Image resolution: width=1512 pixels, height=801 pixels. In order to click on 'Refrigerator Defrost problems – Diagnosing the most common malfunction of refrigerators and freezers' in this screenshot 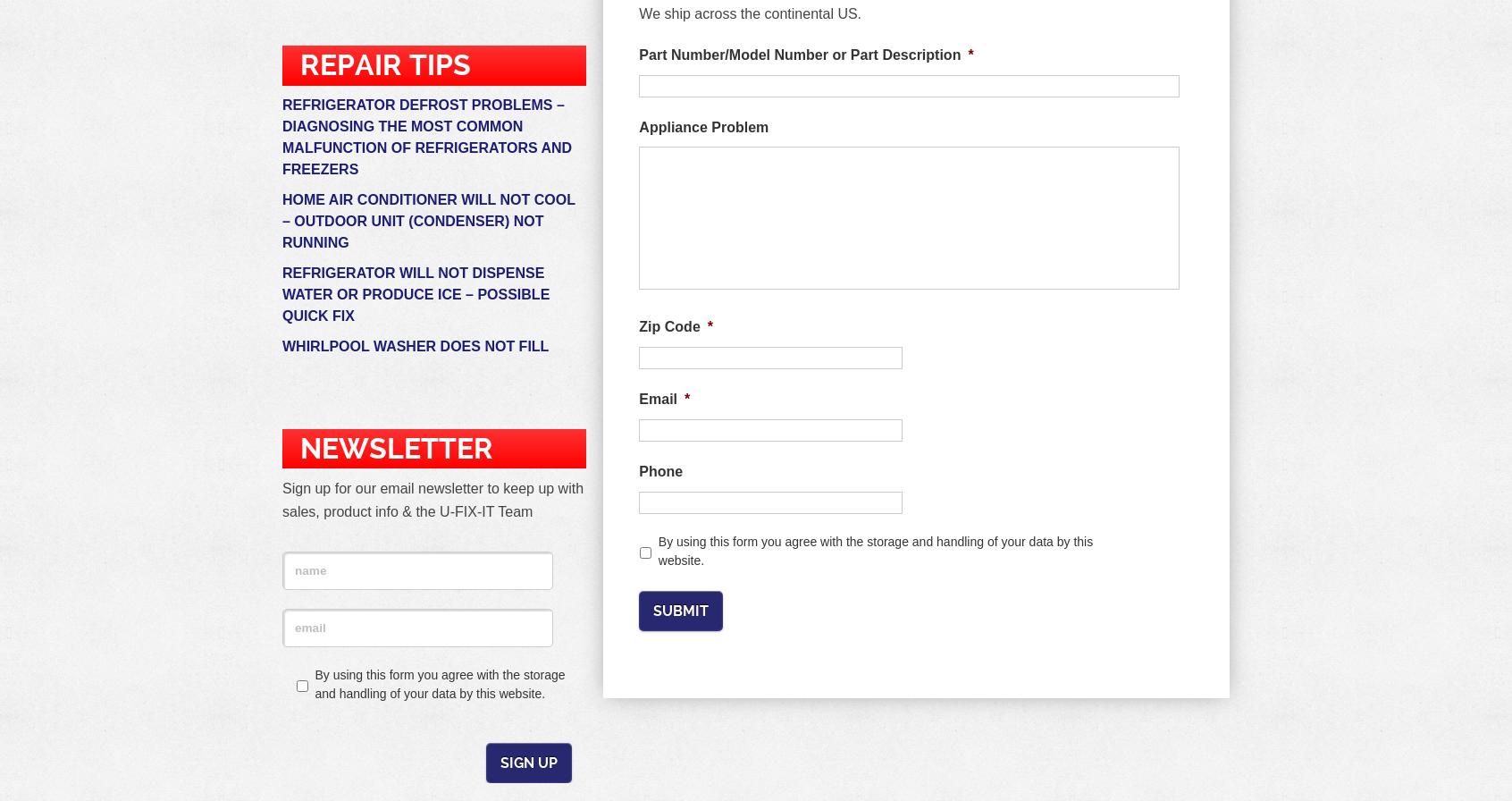, I will do `click(425, 136)`.